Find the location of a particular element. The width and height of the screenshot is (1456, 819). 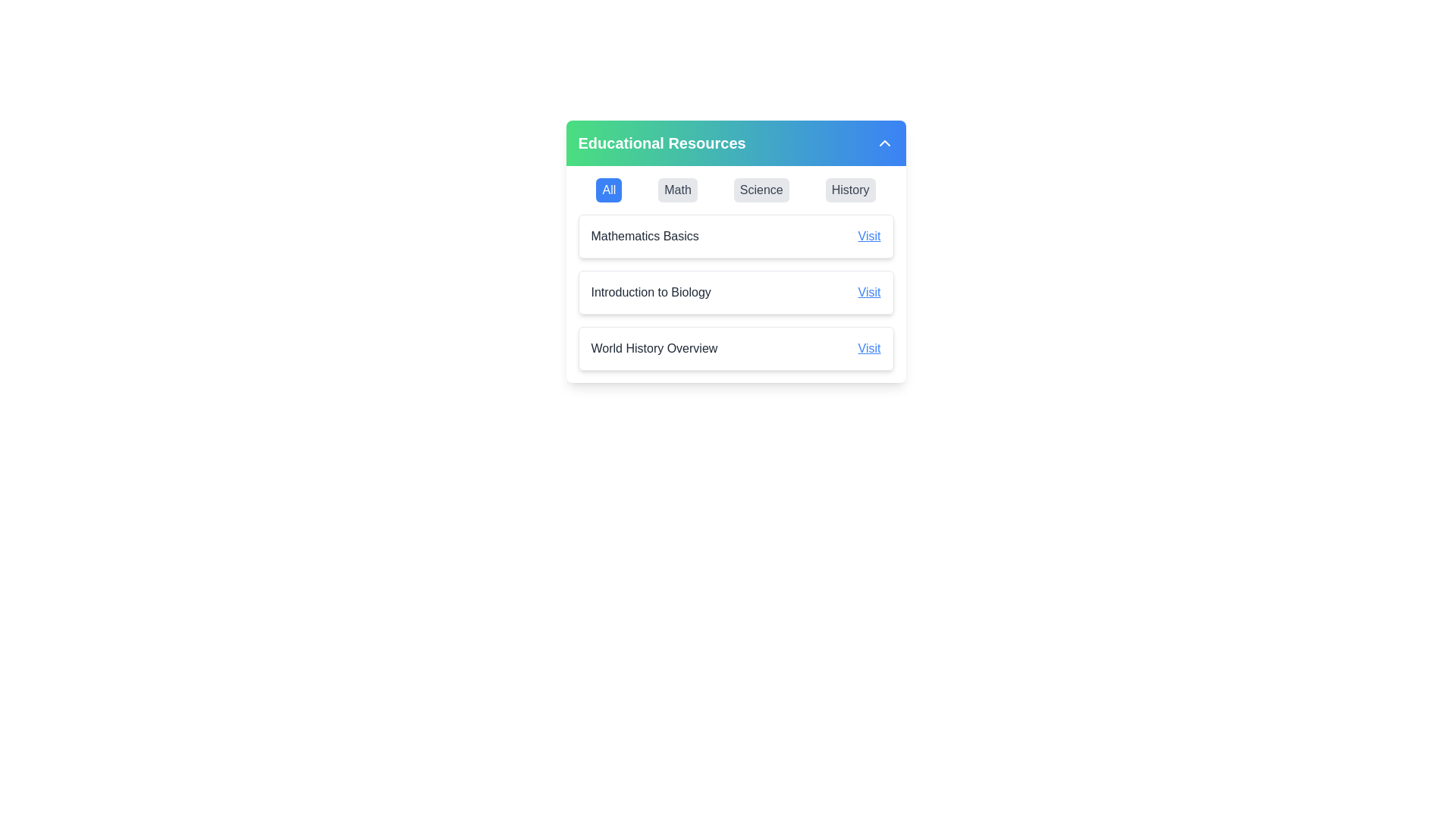

the upward-facing chevron icon button located in the top-right corner of the 'Educational Resources' header section is located at coordinates (884, 143).